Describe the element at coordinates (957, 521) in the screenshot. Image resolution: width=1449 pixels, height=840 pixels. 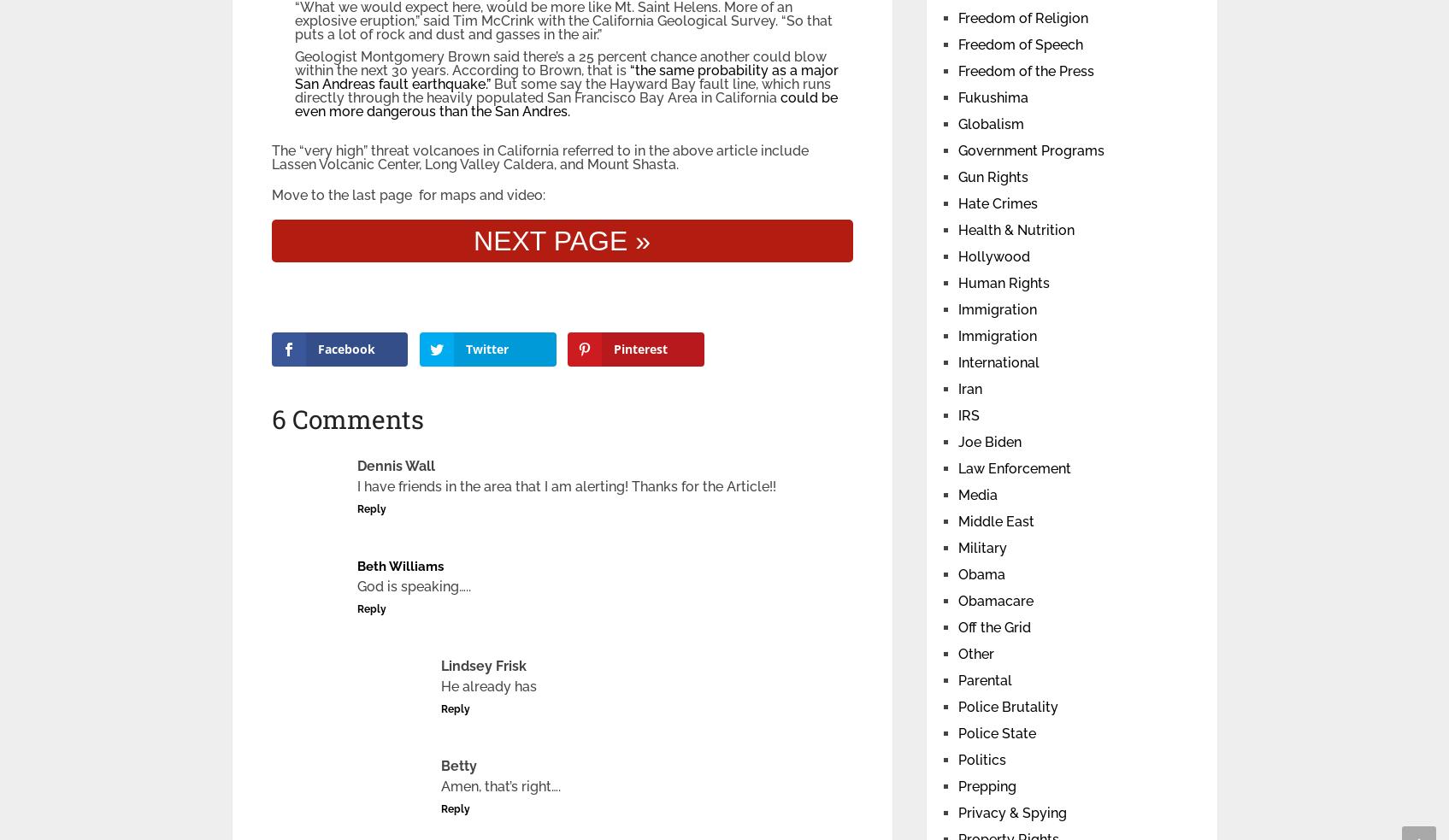
I see `'Middle East'` at that location.